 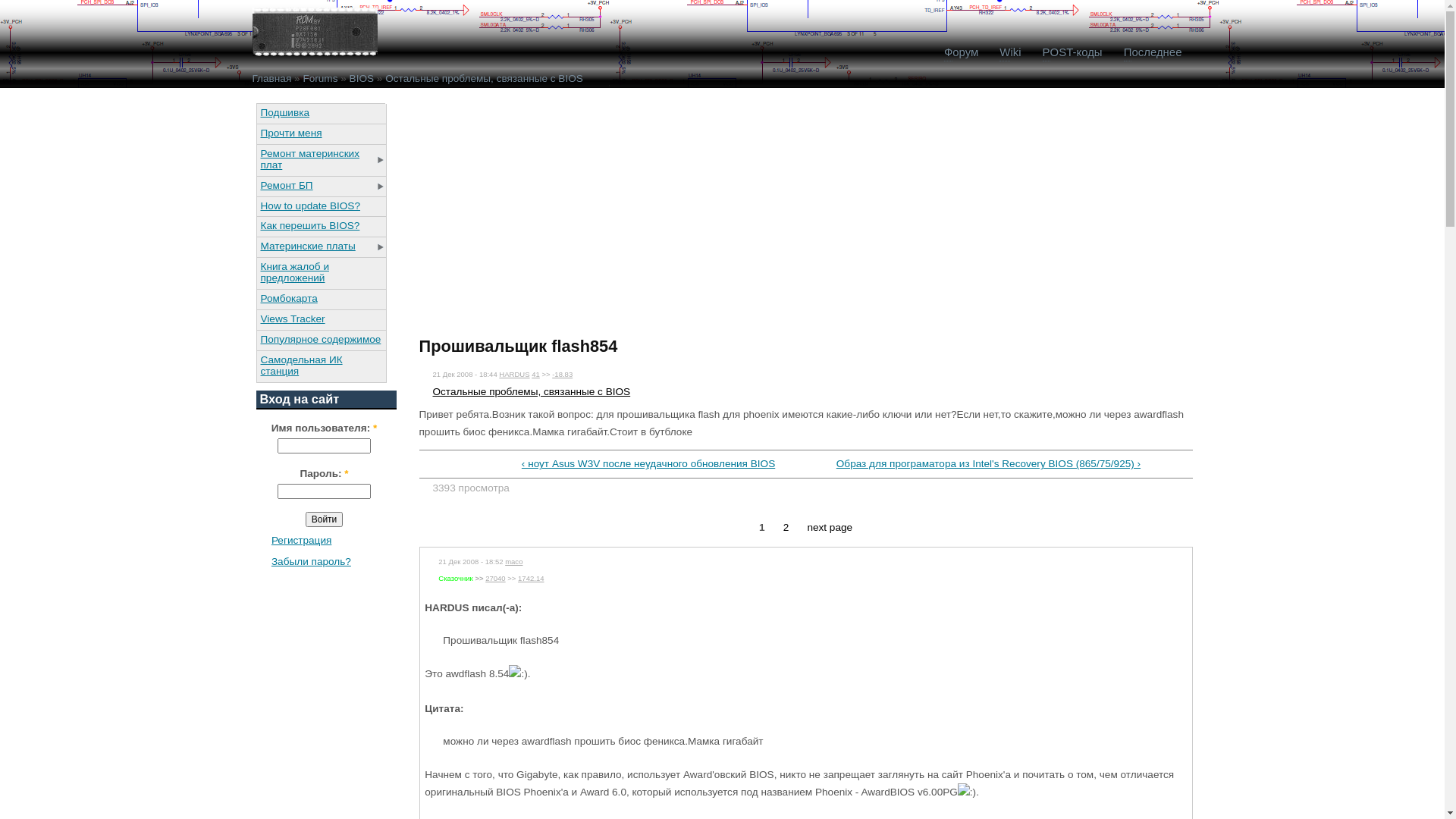 I want to click on 'Forums', so click(x=319, y=78).